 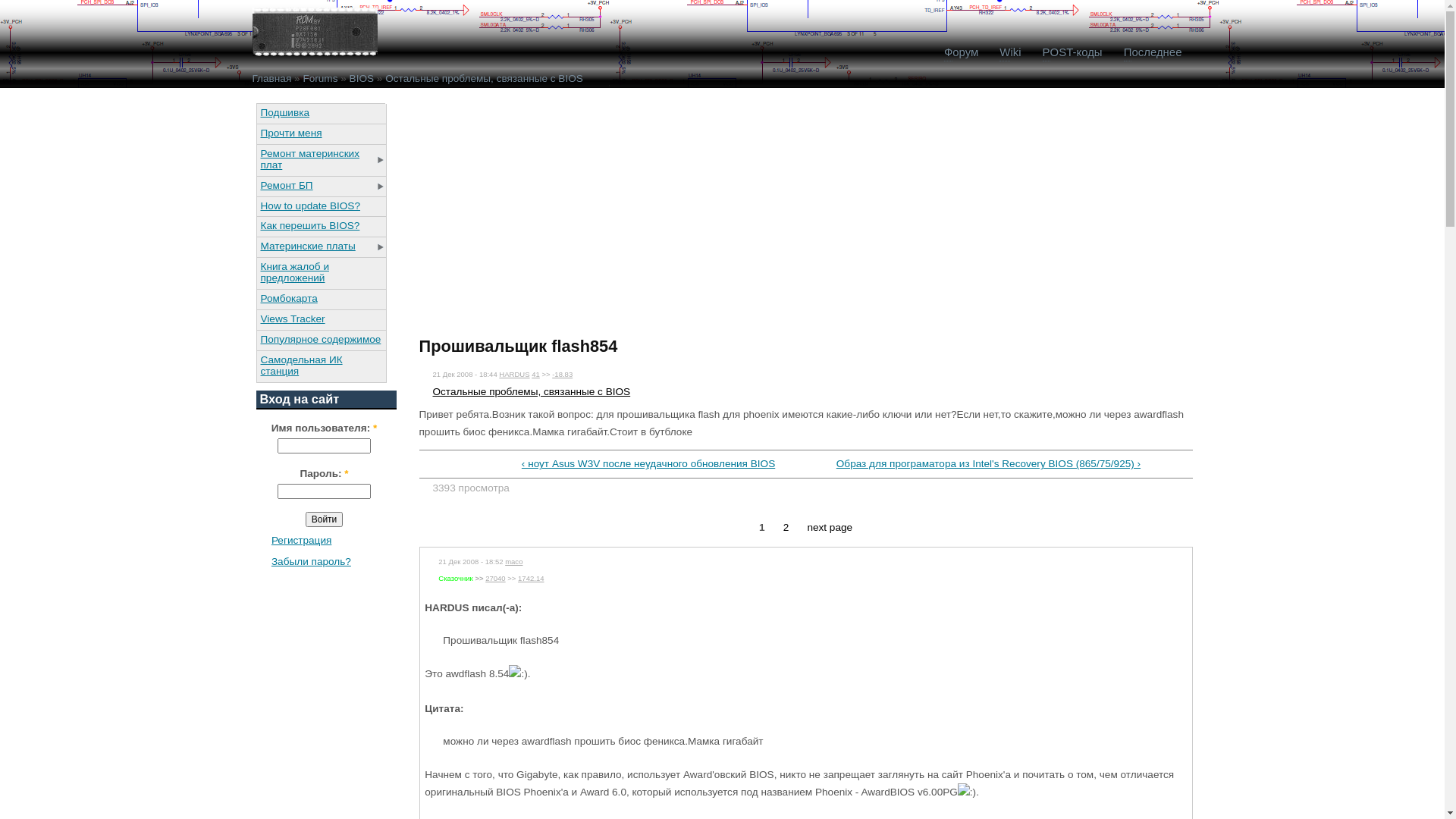 I want to click on 'Forums', so click(x=319, y=78).